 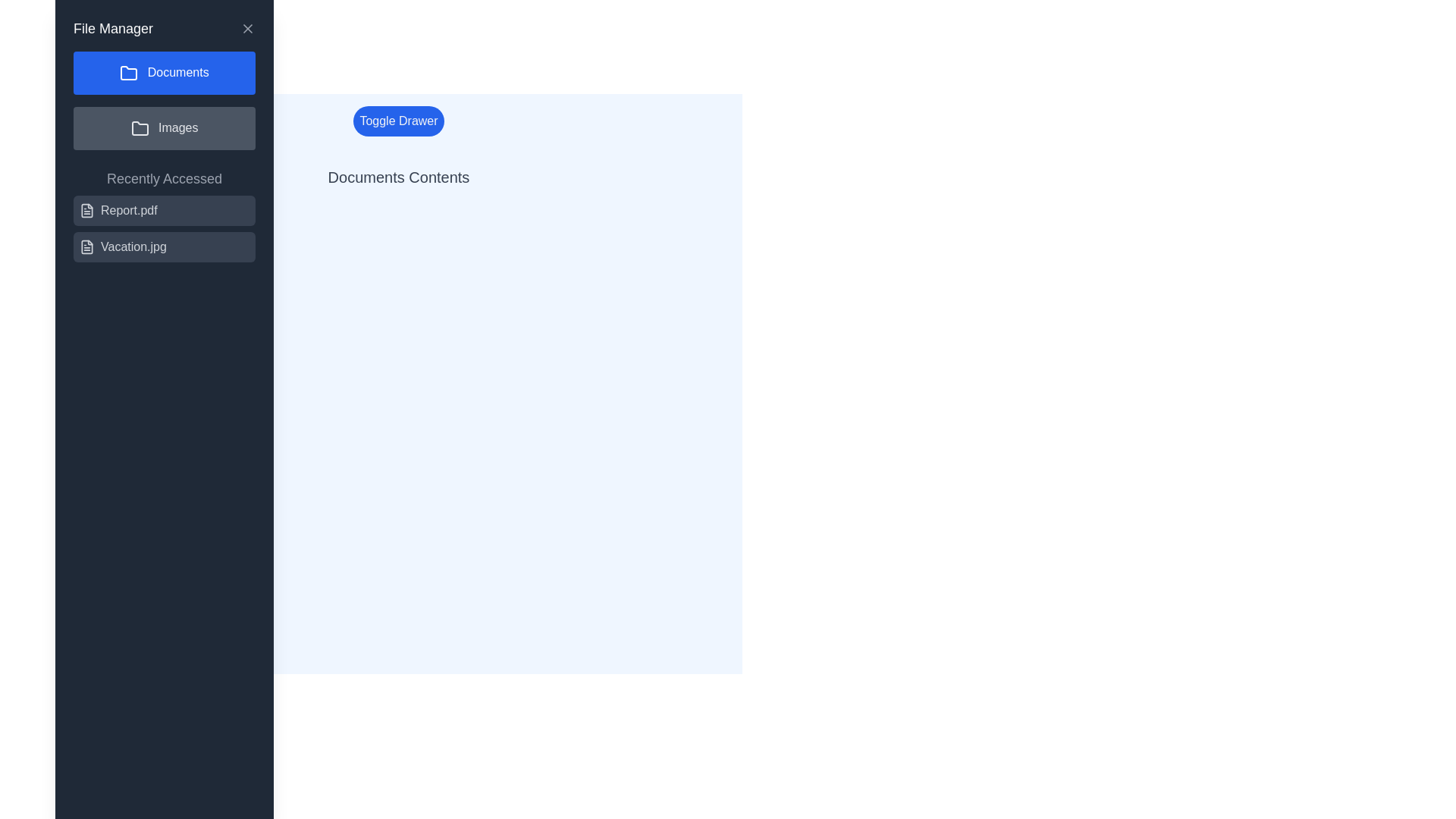 I want to click on the Text label indicating recently accessed files located in the 'File Manager' sidebar, positioned between 'Documents' and 'Report.pdf', so click(x=164, y=177).